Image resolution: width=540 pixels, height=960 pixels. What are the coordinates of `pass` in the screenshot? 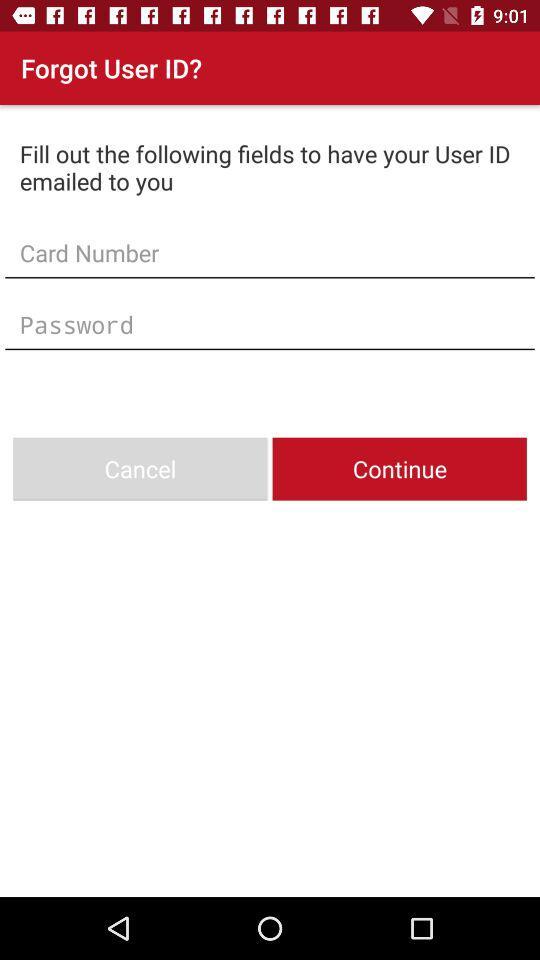 It's located at (270, 324).